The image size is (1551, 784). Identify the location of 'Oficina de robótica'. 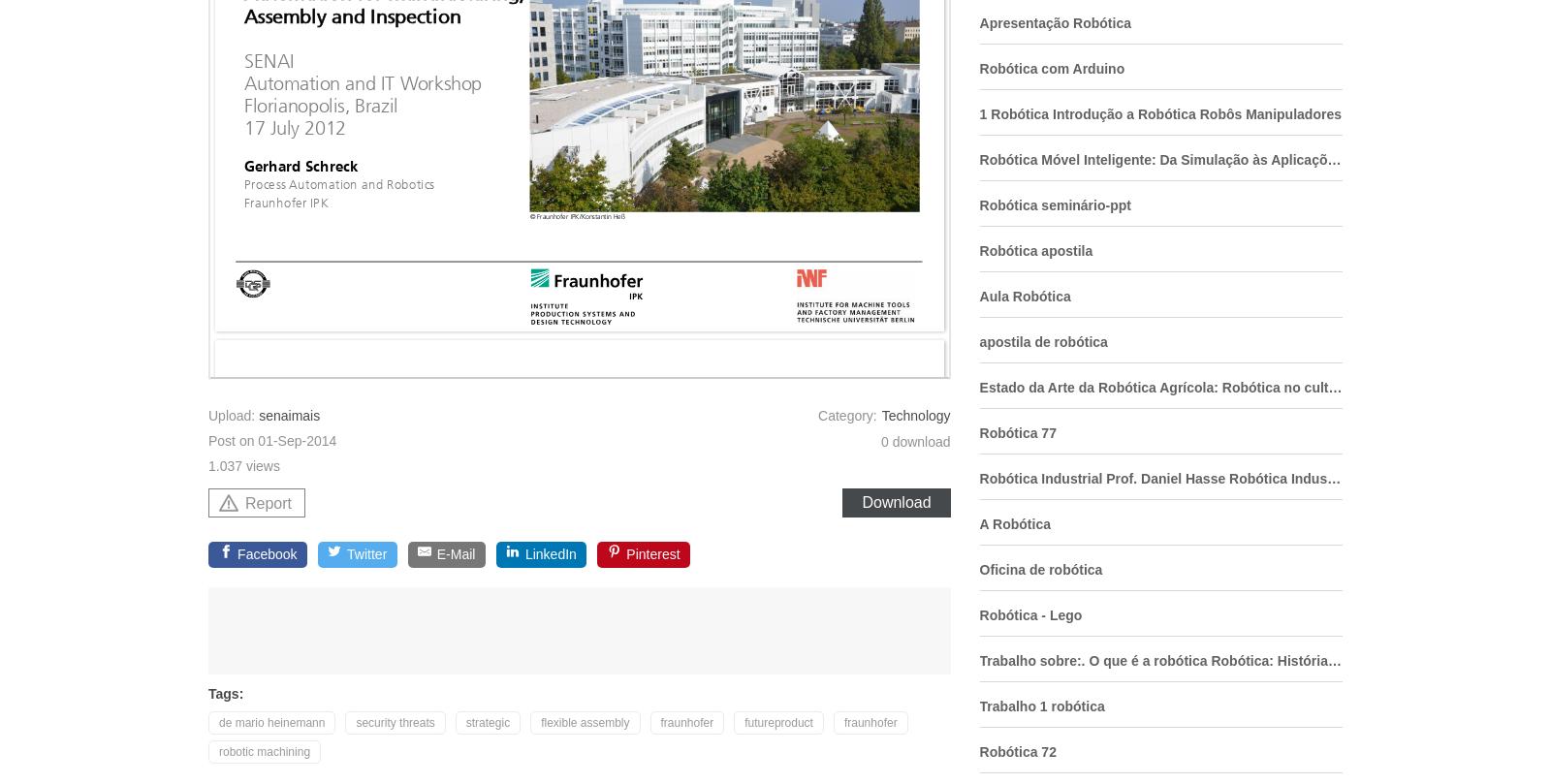
(978, 569).